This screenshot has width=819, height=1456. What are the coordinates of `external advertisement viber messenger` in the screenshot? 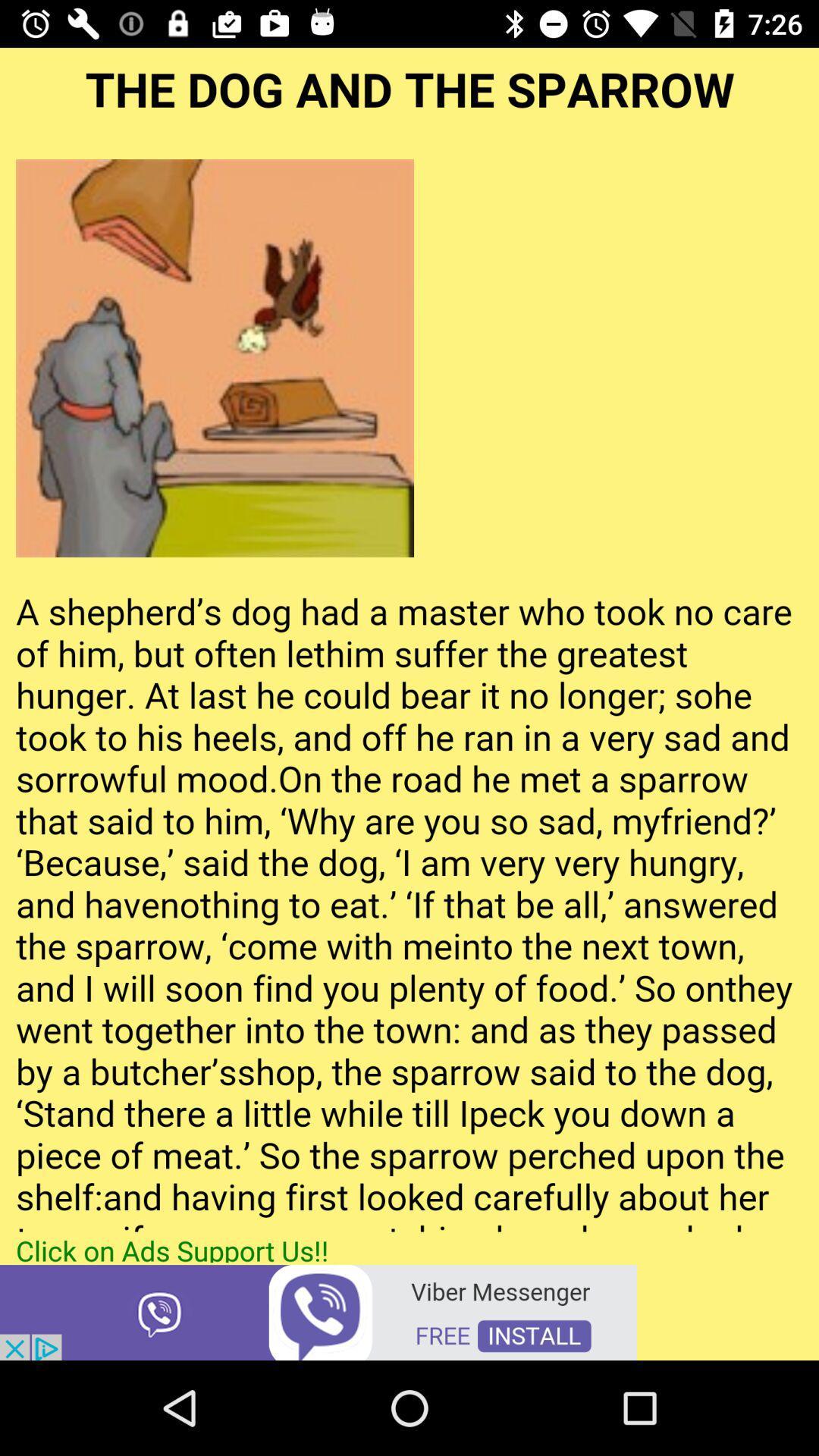 It's located at (318, 1310).